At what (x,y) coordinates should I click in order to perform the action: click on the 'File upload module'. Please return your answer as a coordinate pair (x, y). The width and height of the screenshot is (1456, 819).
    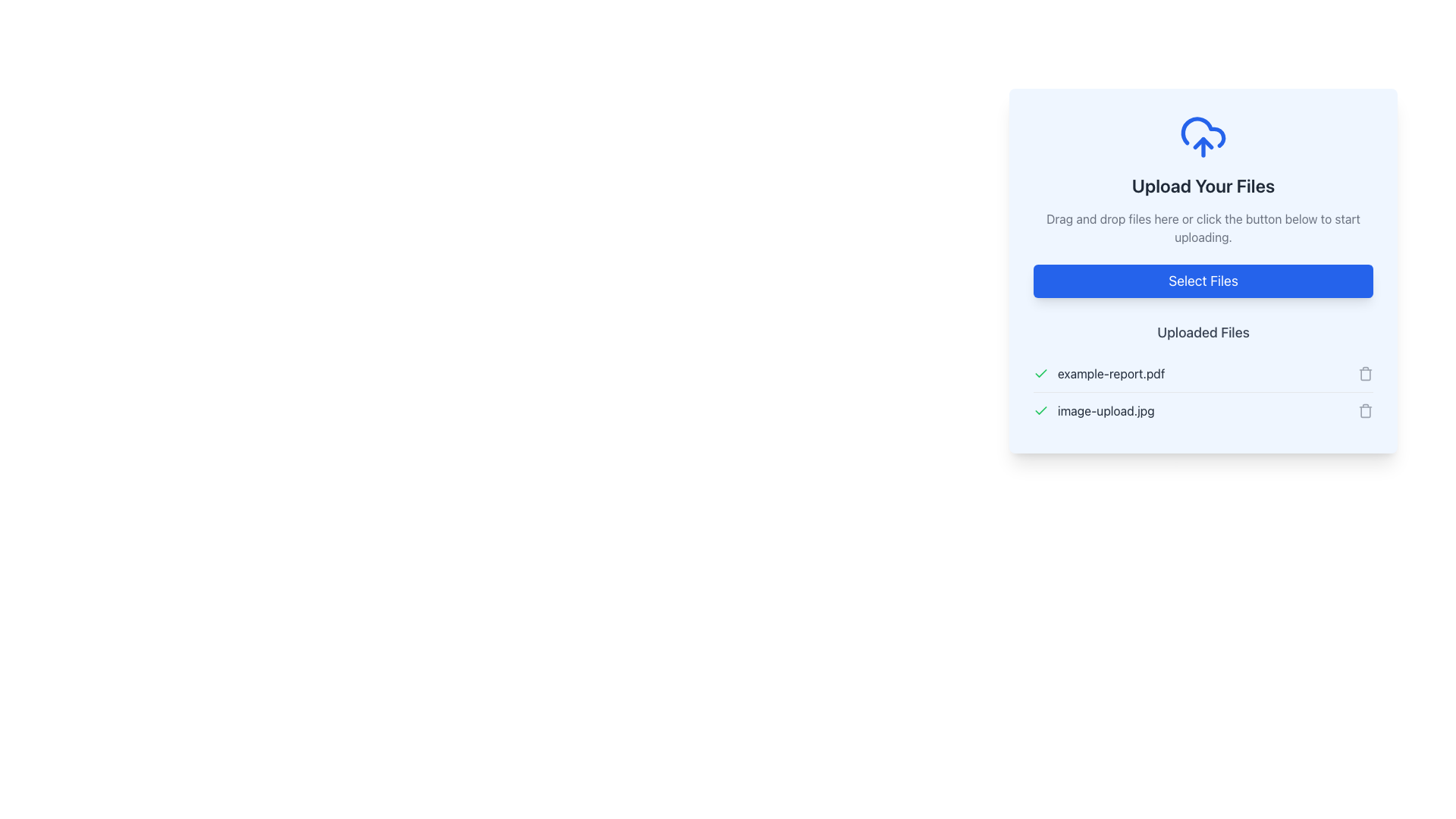
    Looking at the image, I should click on (1203, 270).